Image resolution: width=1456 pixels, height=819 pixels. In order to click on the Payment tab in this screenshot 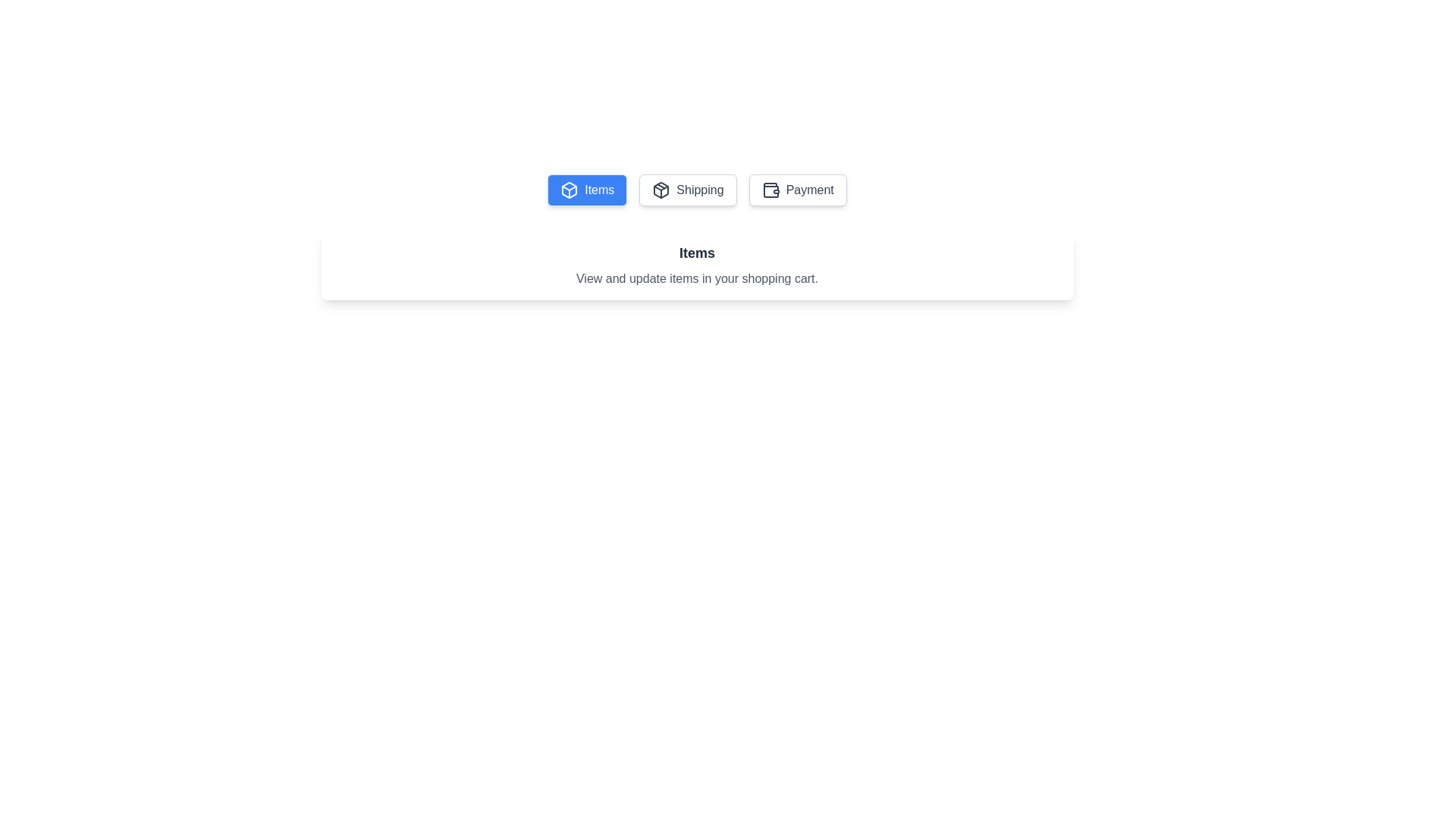, I will do `click(797, 189)`.